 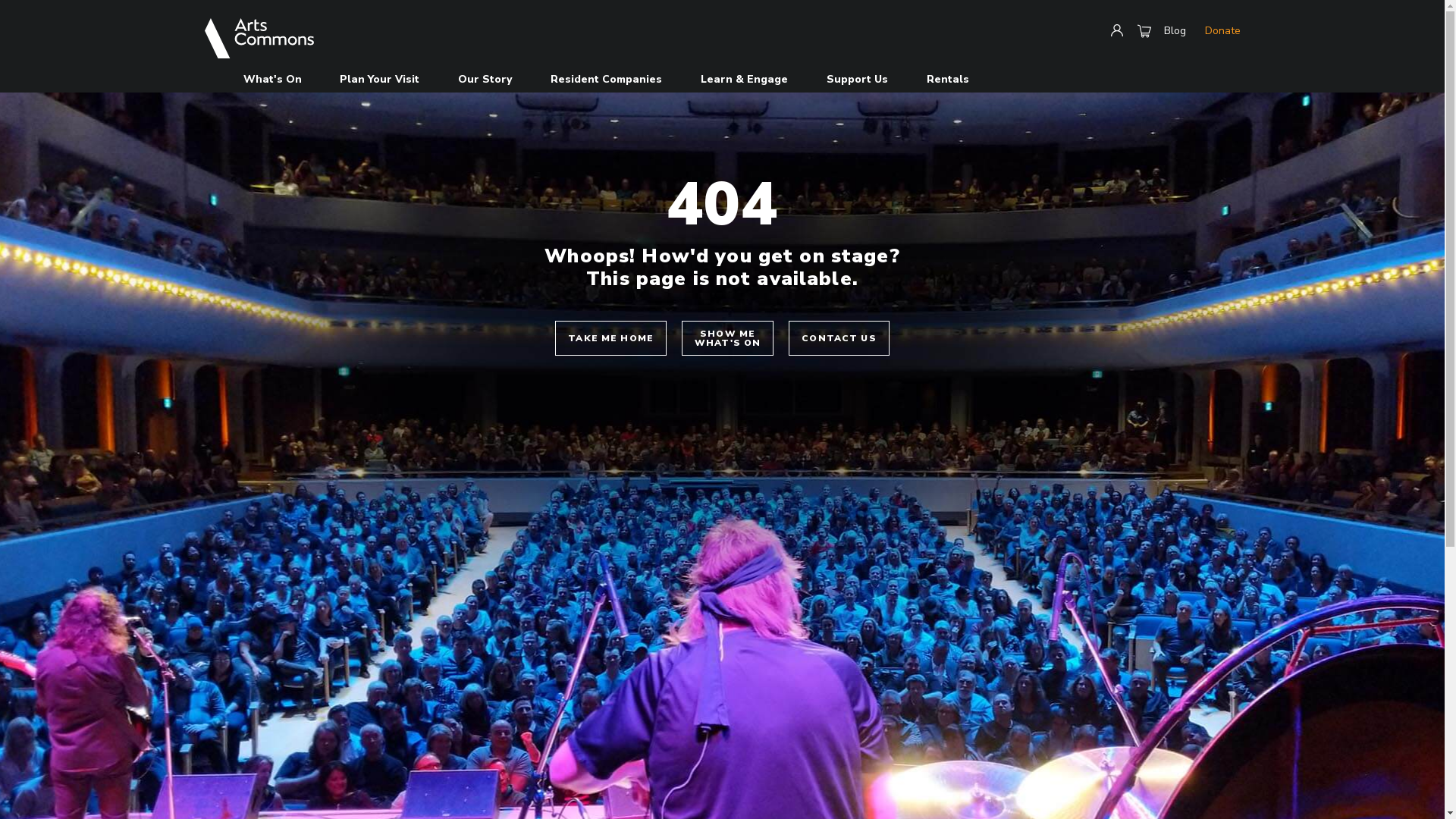 What do you see at coordinates (946, 79) in the screenshot?
I see `'Rentals'` at bounding box center [946, 79].